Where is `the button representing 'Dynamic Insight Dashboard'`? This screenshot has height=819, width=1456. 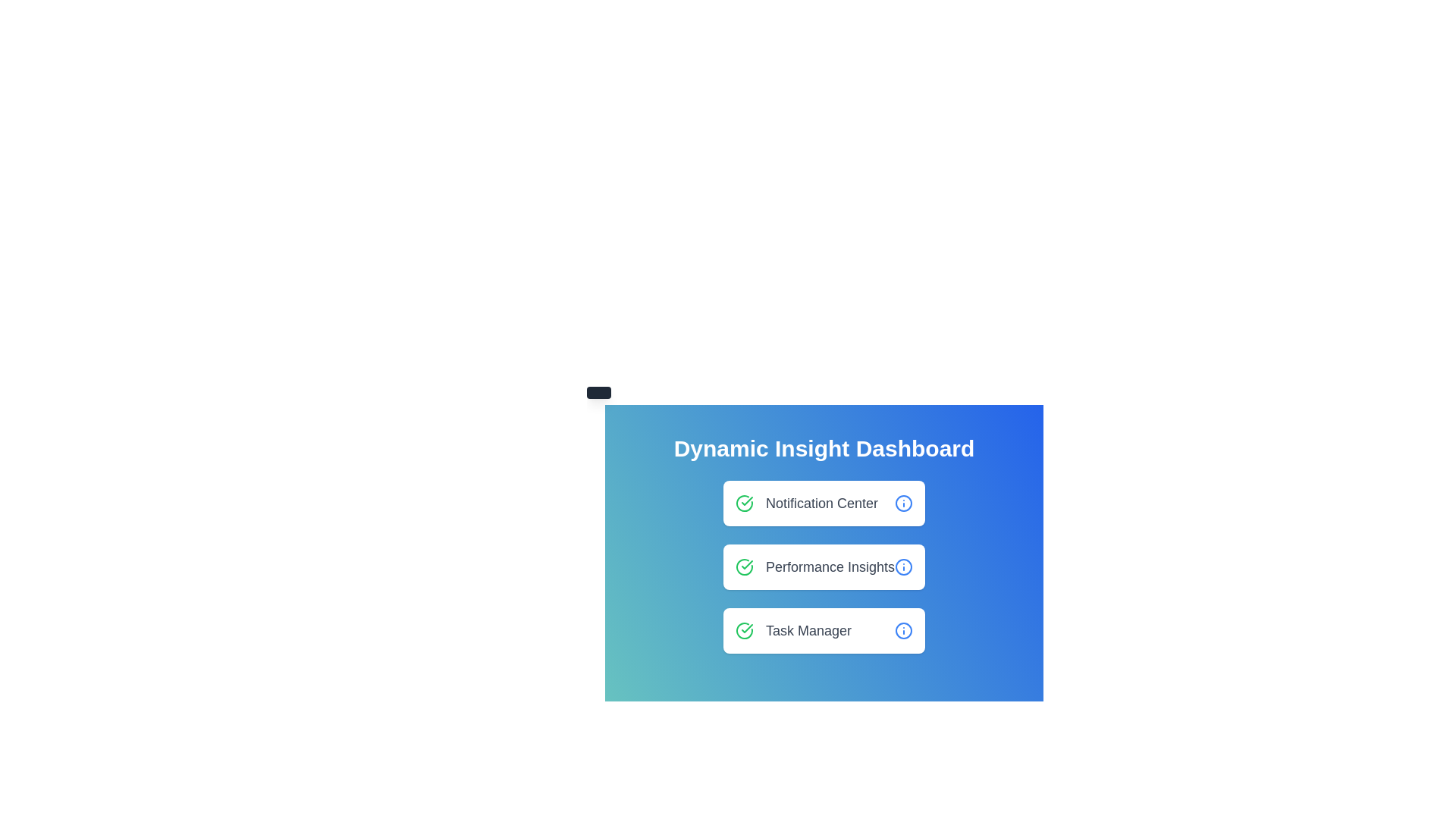 the button representing 'Dynamic Insight Dashboard' is located at coordinates (823, 543).